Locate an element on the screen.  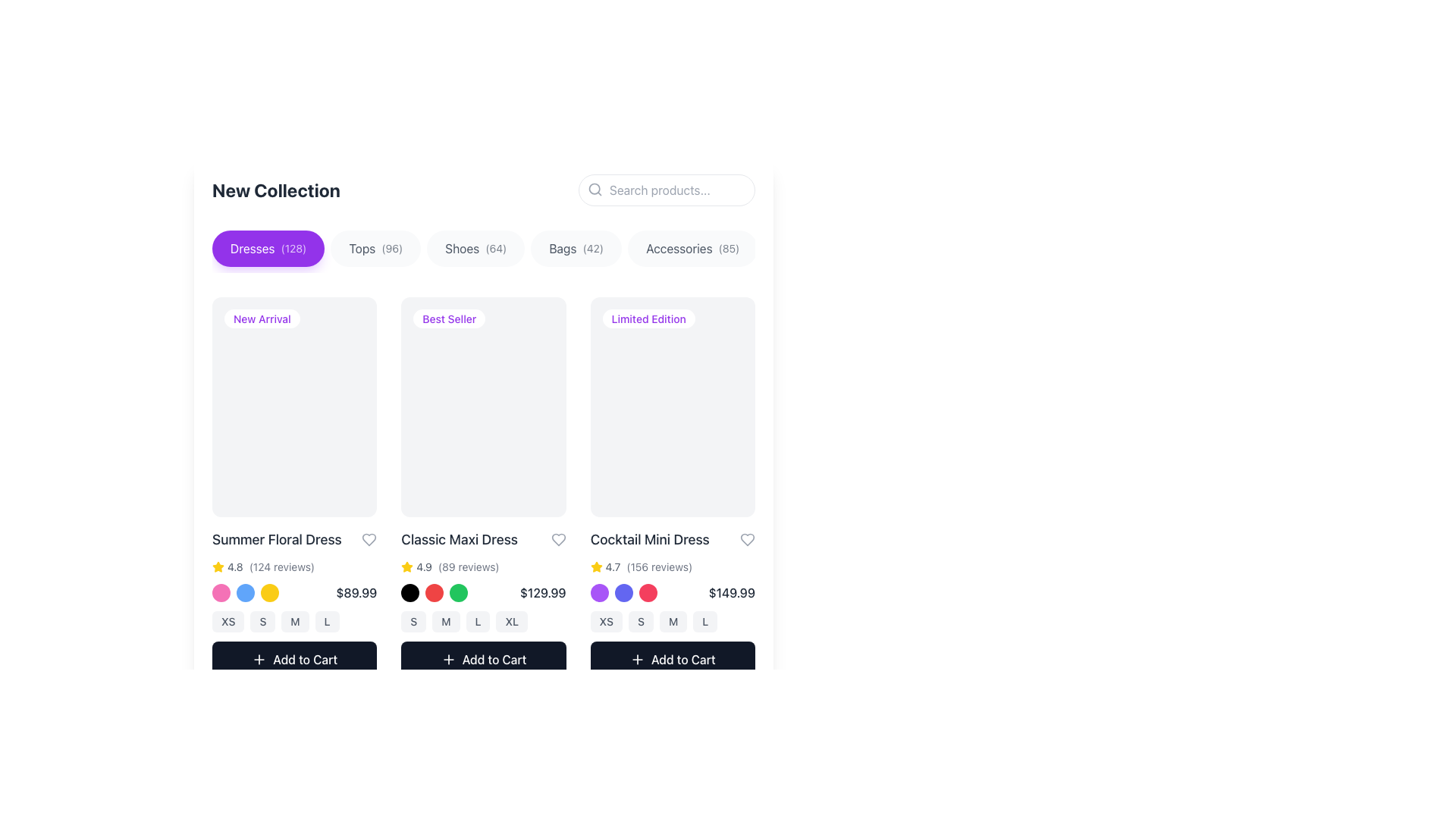
the rating text label displaying the value '4.7' for the product 'Cocktail Mini Dress' to potentially display additional information is located at coordinates (613, 566).